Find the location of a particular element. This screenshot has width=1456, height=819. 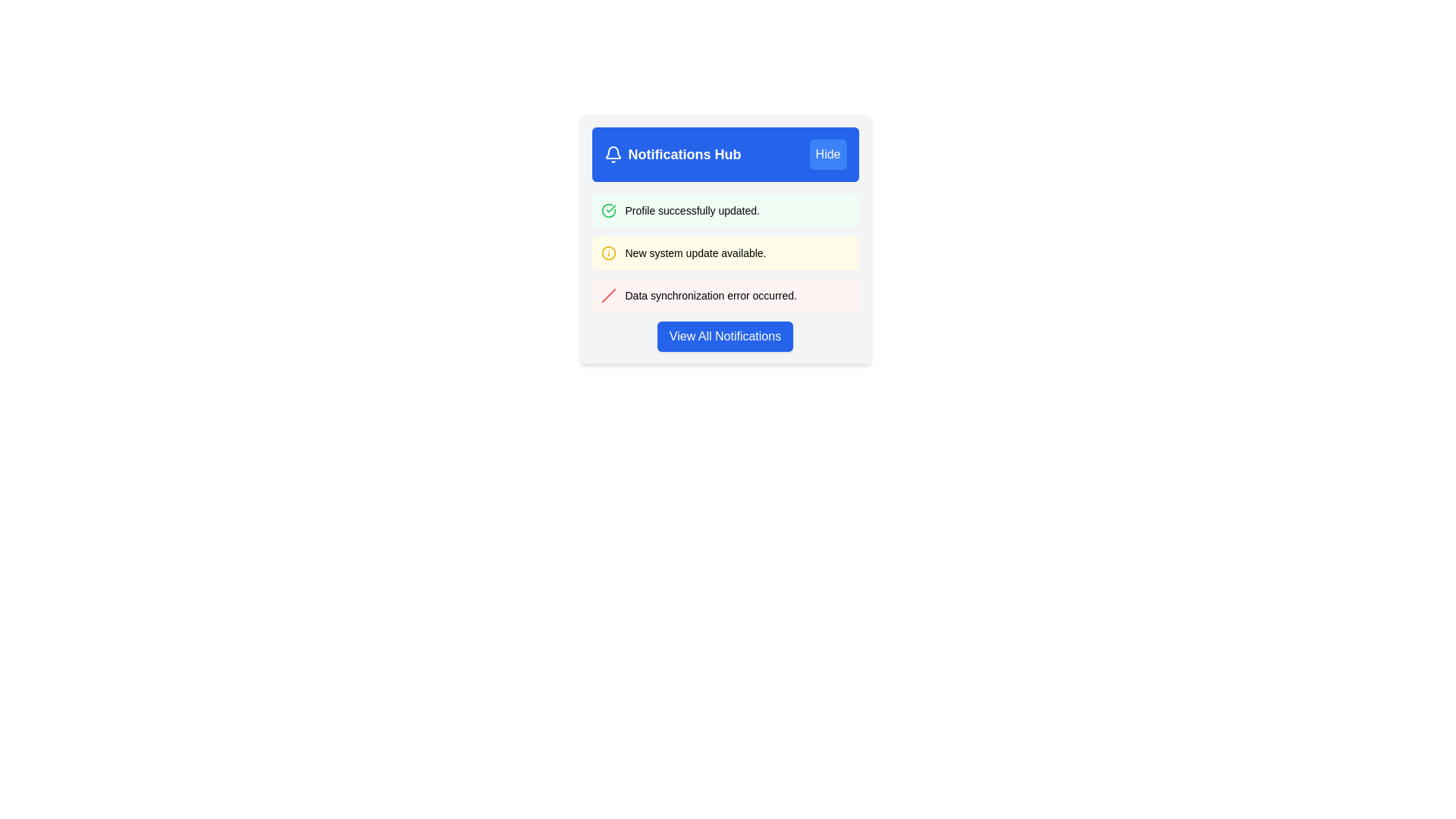

the third notification box in the Notifications Hub, which has a light red background and contains the text 'Data synchronization error occurred.' is located at coordinates (724, 295).